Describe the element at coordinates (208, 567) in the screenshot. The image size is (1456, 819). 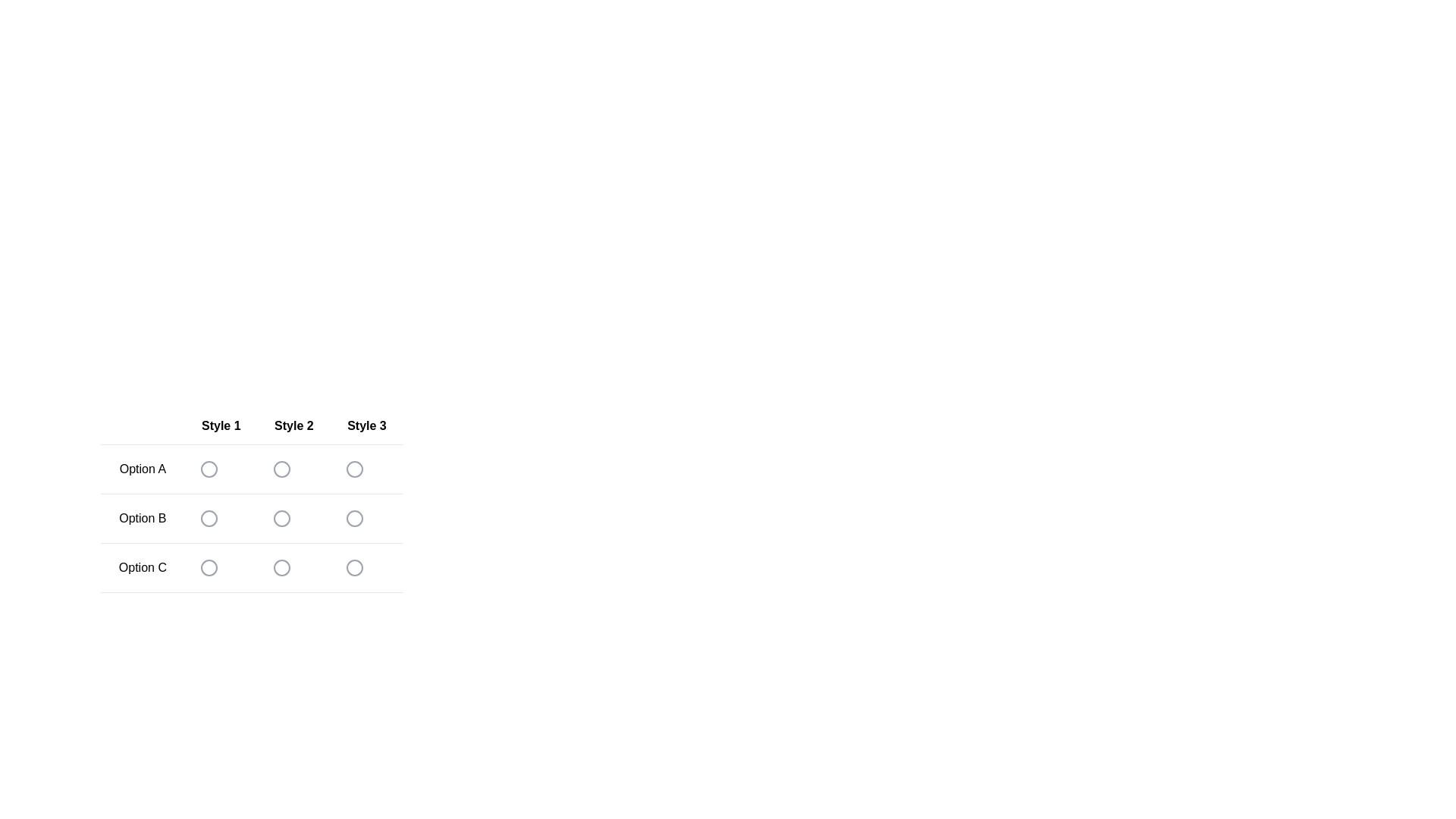
I see `the unselected radio button in the first column of the third row under the label 'Style 1'` at that location.